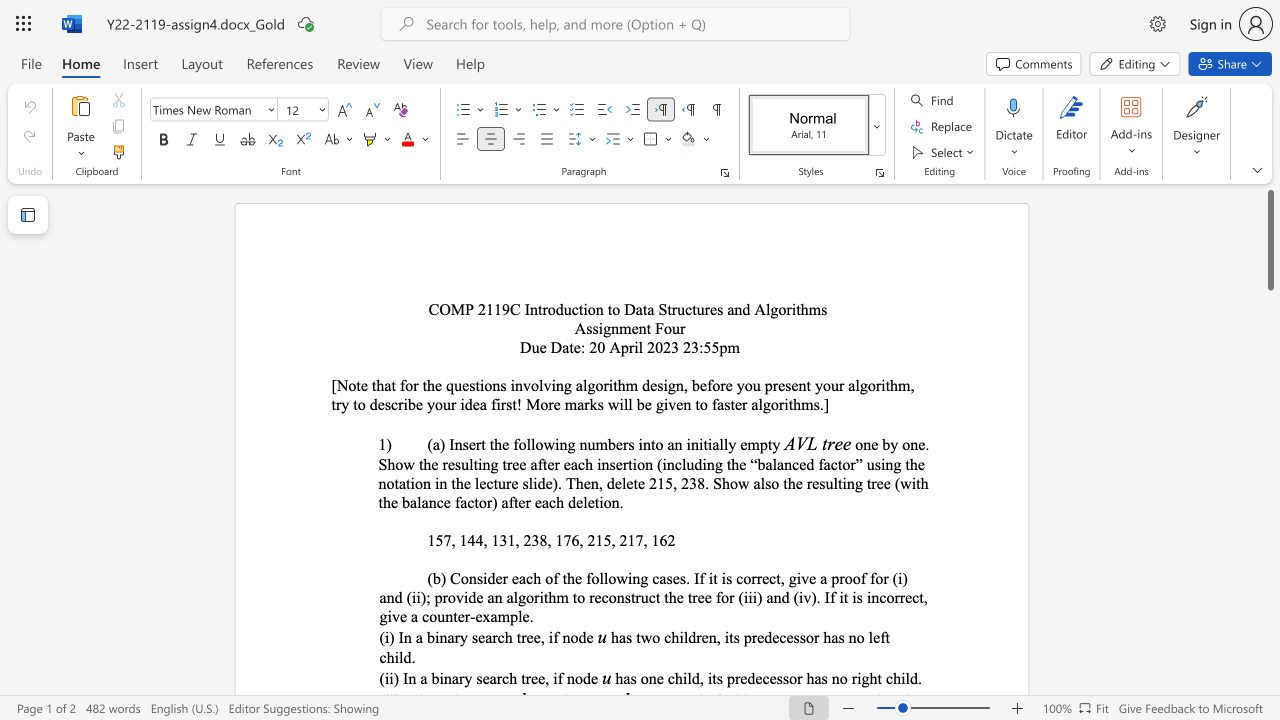 The width and height of the screenshot is (1280, 720). I want to click on the scrollbar to move the page down, so click(1269, 360).